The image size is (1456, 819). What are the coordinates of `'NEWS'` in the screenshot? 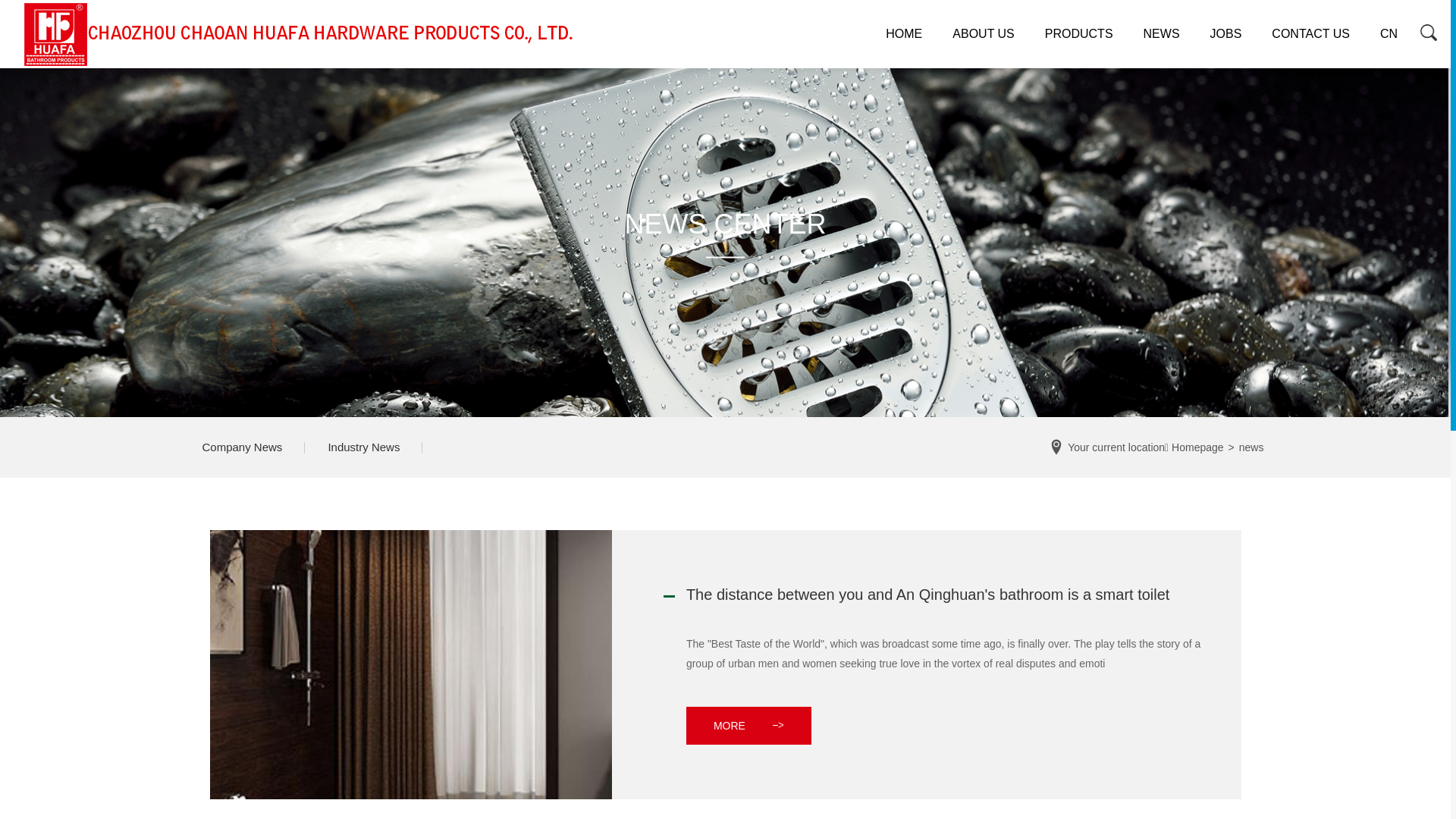 It's located at (1160, 34).